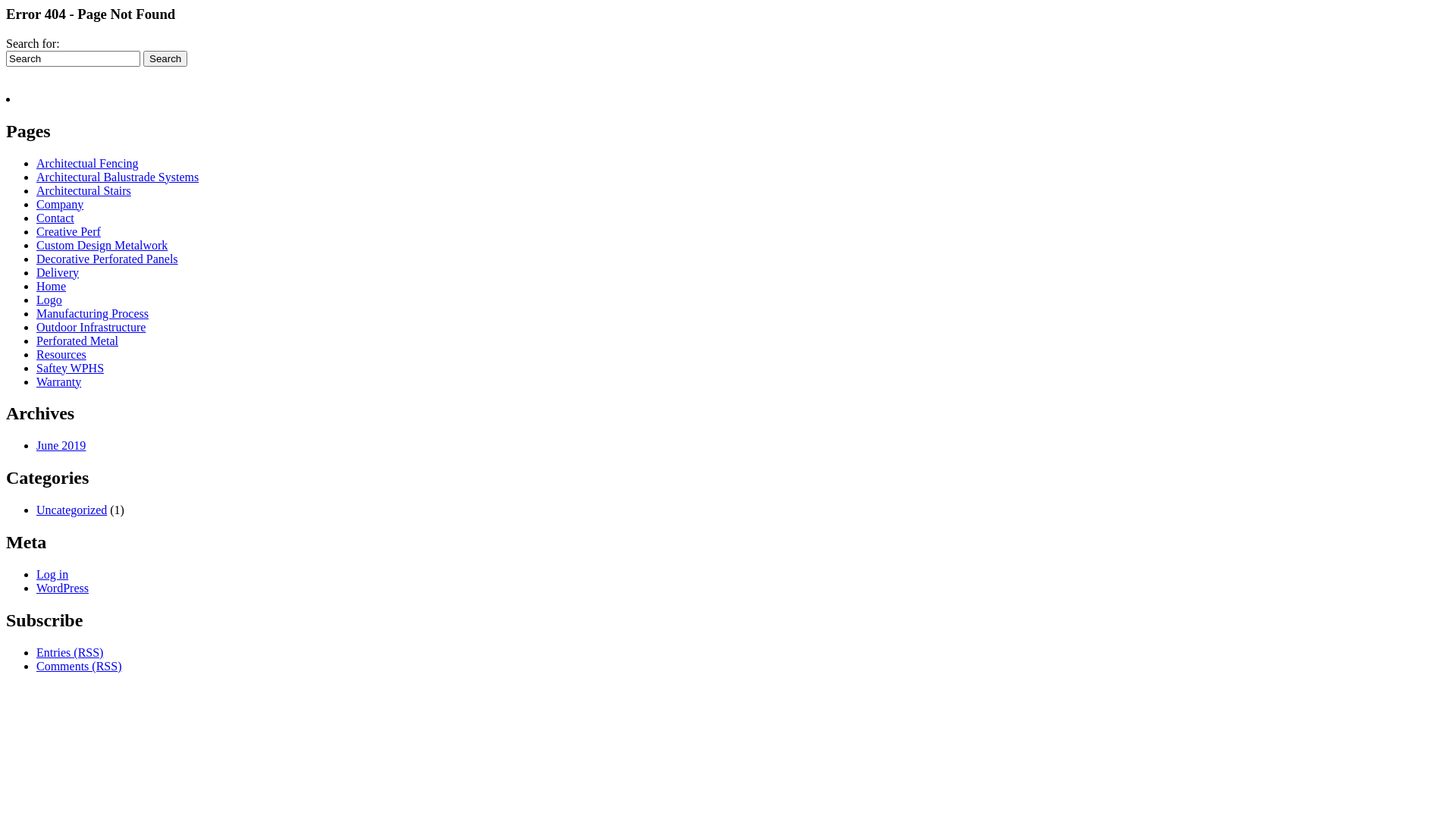 The image size is (1456, 819). Describe the element at coordinates (49, 300) in the screenshot. I see `'Logo'` at that location.